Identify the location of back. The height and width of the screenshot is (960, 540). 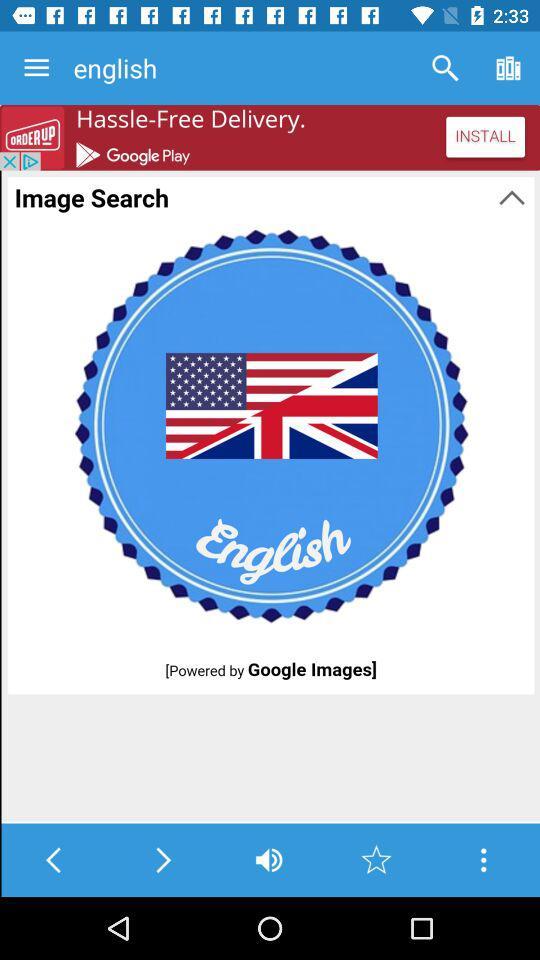
(54, 859).